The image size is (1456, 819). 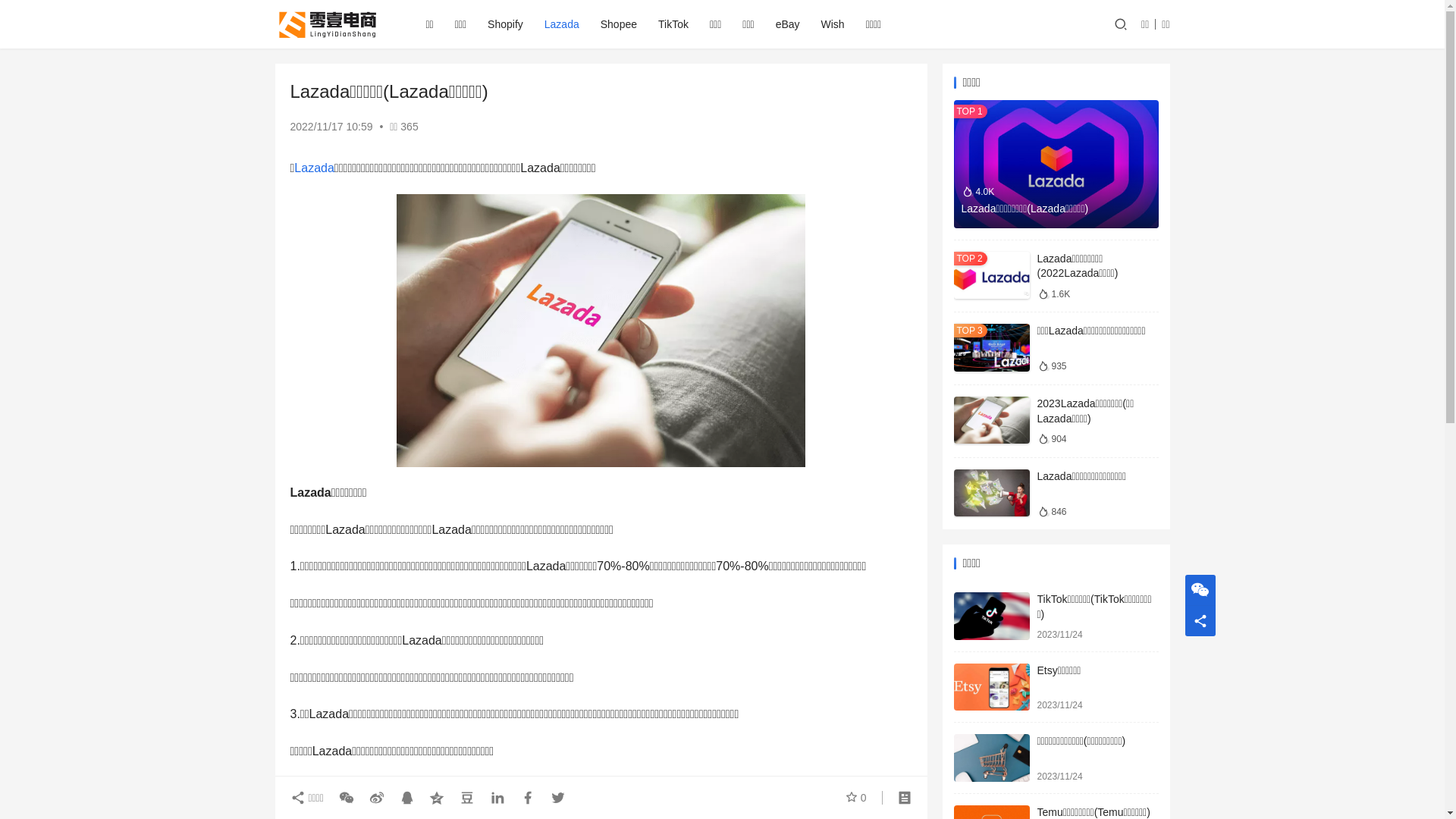 What do you see at coordinates (832, 24) in the screenshot?
I see `'Wish'` at bounding box center [832, 24].